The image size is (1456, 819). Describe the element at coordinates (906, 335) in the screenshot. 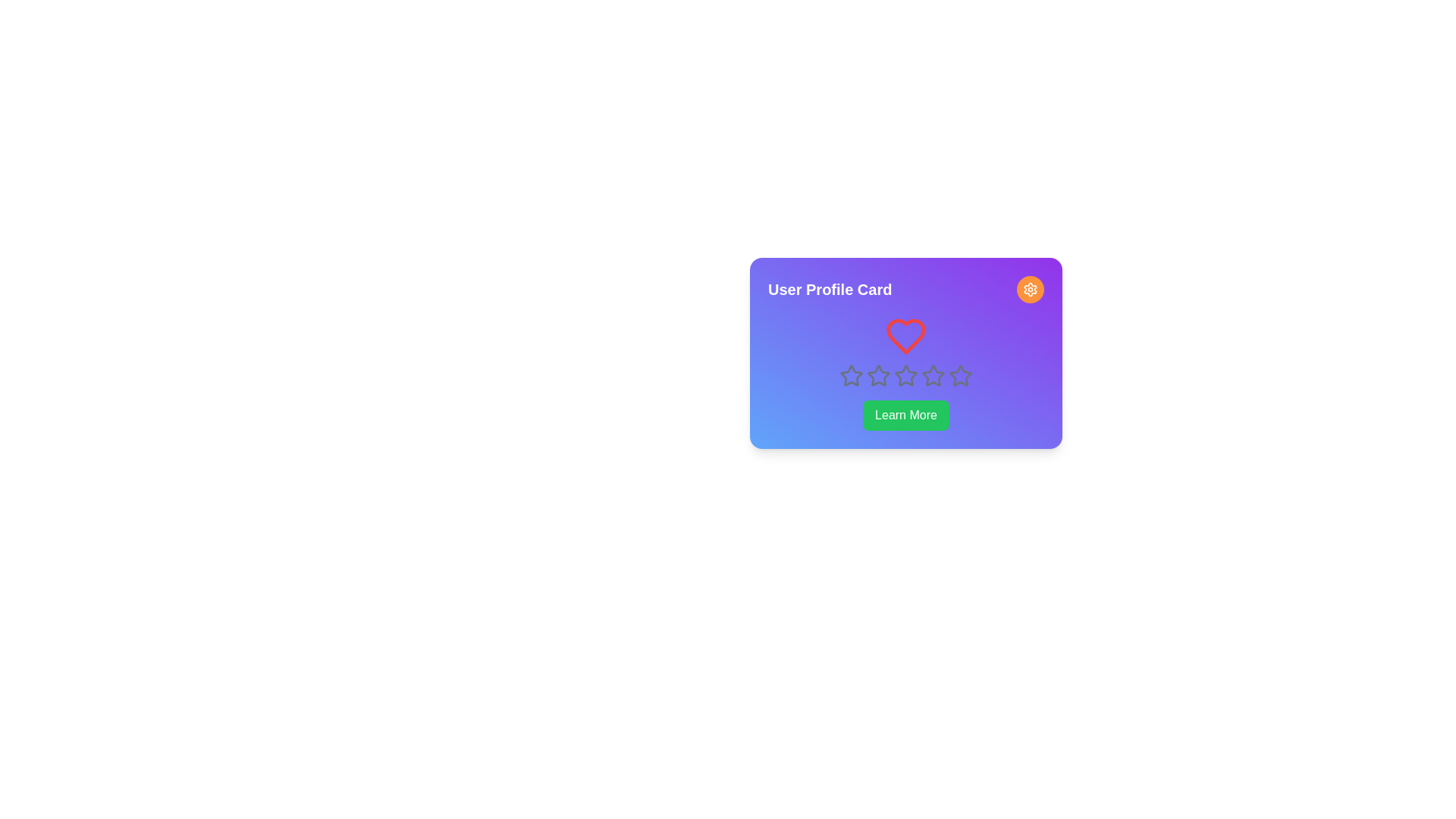

I see `the 'Favorite' or 'Like' icon located at the top center of the User Profile Card layout` at that location.